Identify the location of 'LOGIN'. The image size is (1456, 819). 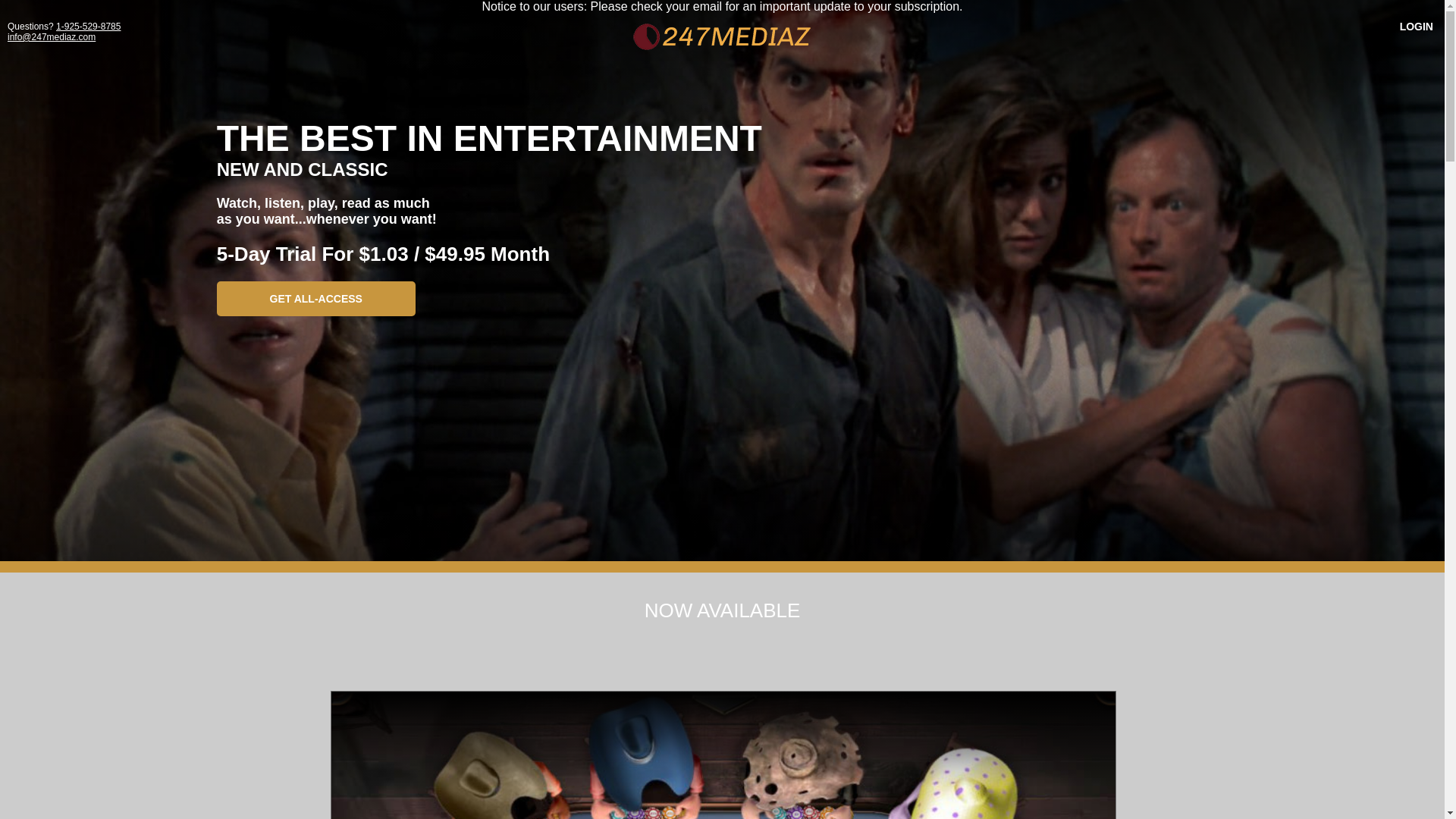
(1415, 26).